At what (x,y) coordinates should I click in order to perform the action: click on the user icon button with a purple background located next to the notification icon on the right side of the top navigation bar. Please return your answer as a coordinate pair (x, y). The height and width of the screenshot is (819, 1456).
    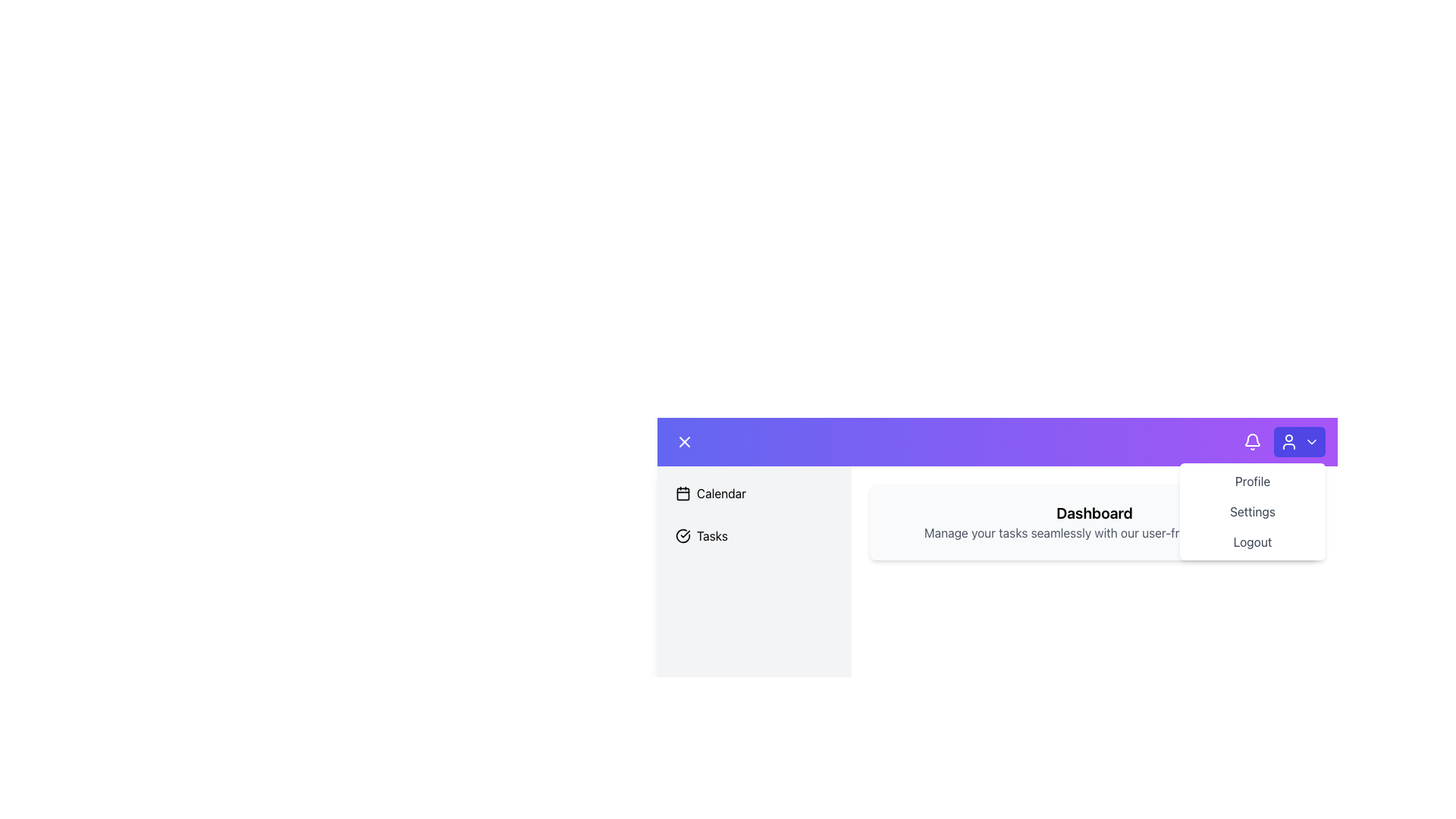
    Looking at the image, I should click on (1284, 441).